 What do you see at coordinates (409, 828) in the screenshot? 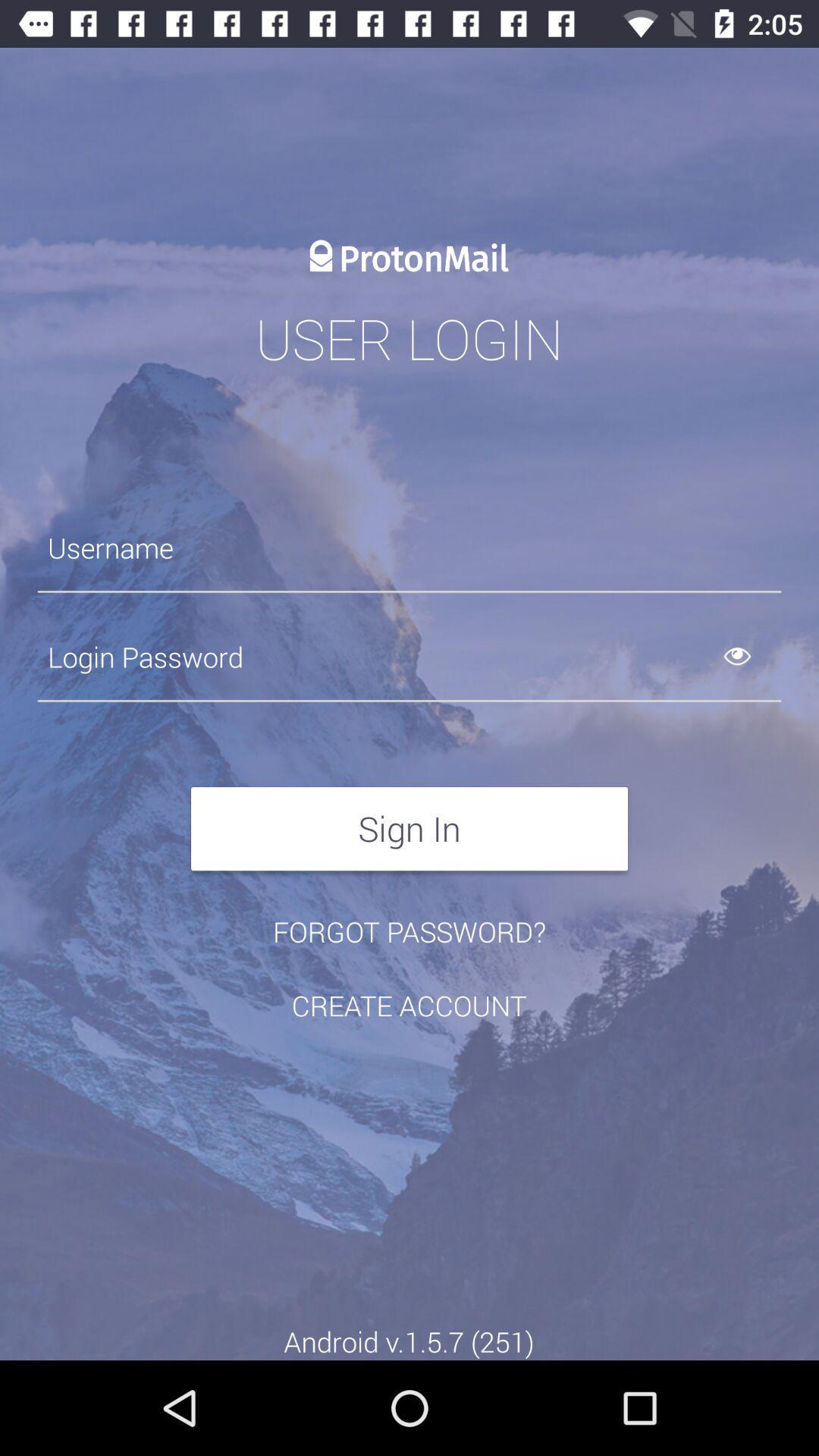
I see `the sign in item` at bounding box center [409, 828].